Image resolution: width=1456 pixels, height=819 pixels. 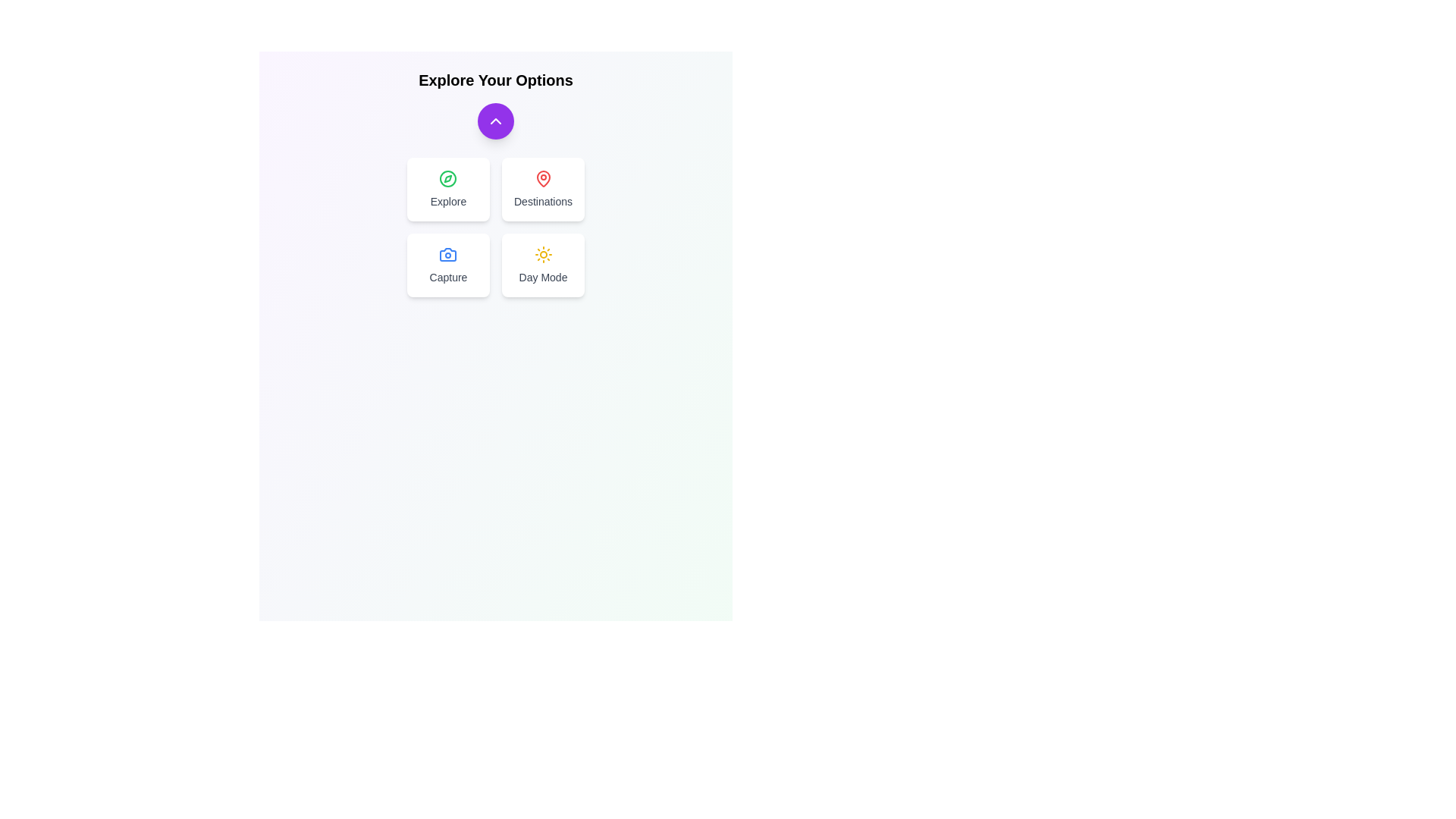 I want to click on the toggle button to change the visibility of the options, so click(x=495, y=120).